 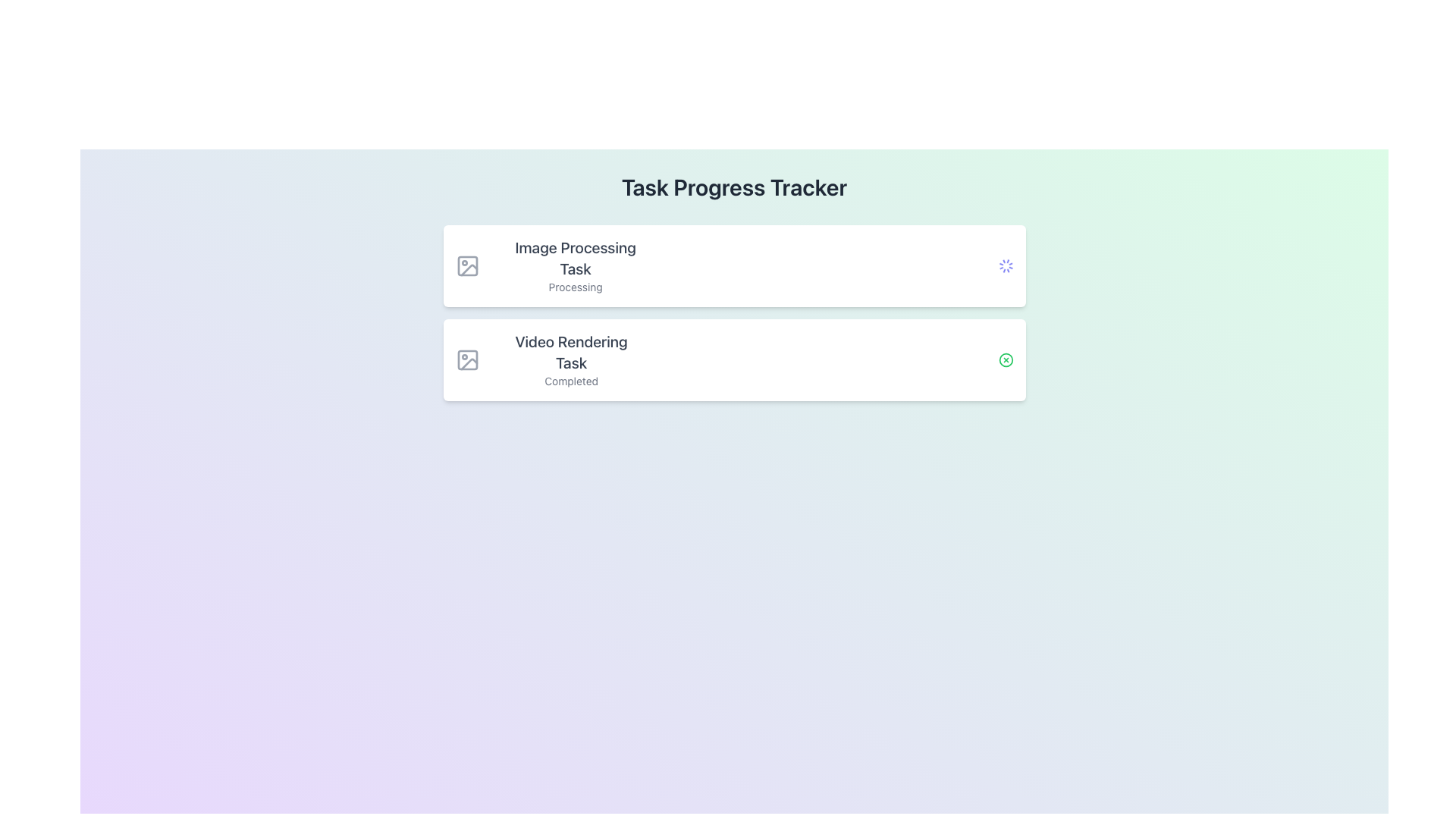 What do you see at coordinates (466, 359) in the screenshot?
I see `the decorative icon within the 'Video Rendering' task card located on the left side, which serves a symbolic function in the design` at bounding box center [466, 359].